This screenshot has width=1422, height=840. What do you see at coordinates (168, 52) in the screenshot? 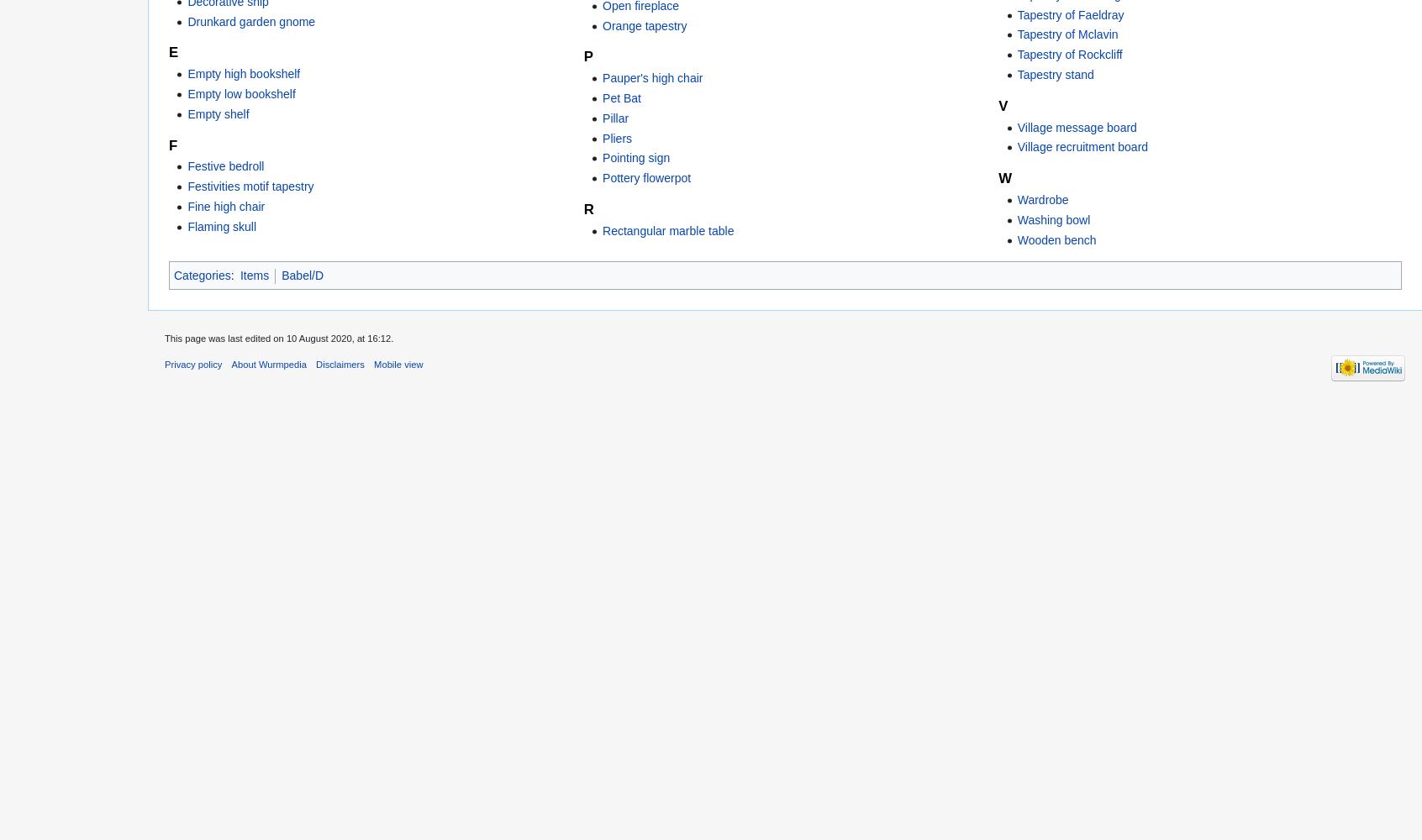
I see `'E'` at bounding box center [168, 52].